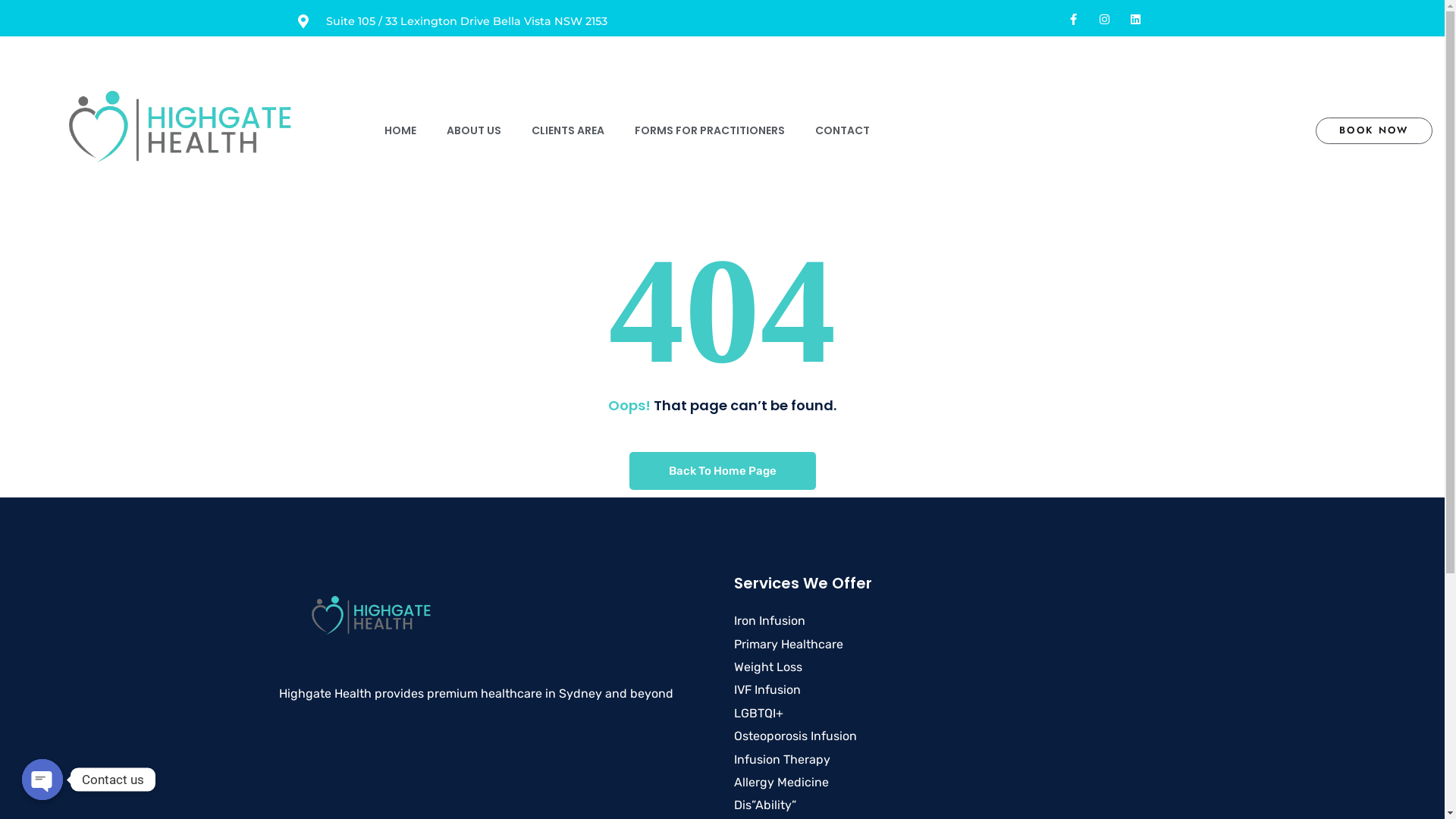 The height and width of the screenshot is (819, 1456). I want to click on 'CONTACT', so click(799, 130).